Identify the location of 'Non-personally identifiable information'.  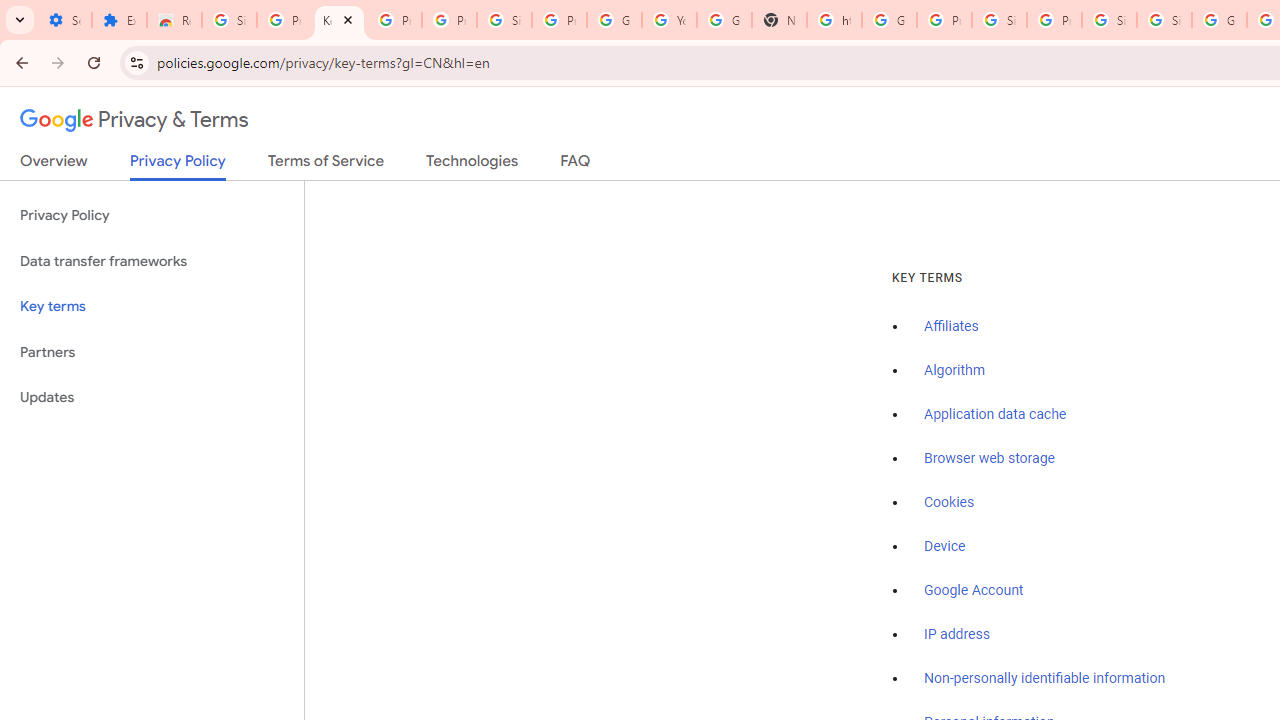
(1044, 678).